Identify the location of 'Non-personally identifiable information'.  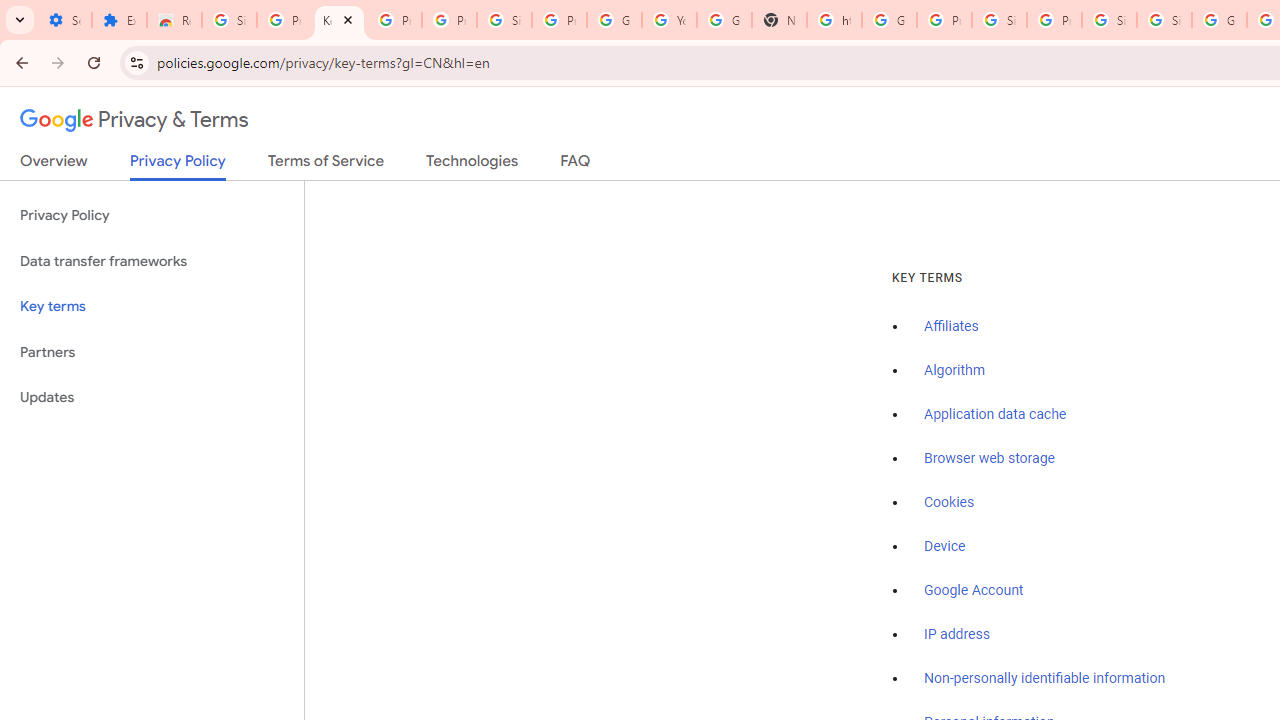
(1044, 678).